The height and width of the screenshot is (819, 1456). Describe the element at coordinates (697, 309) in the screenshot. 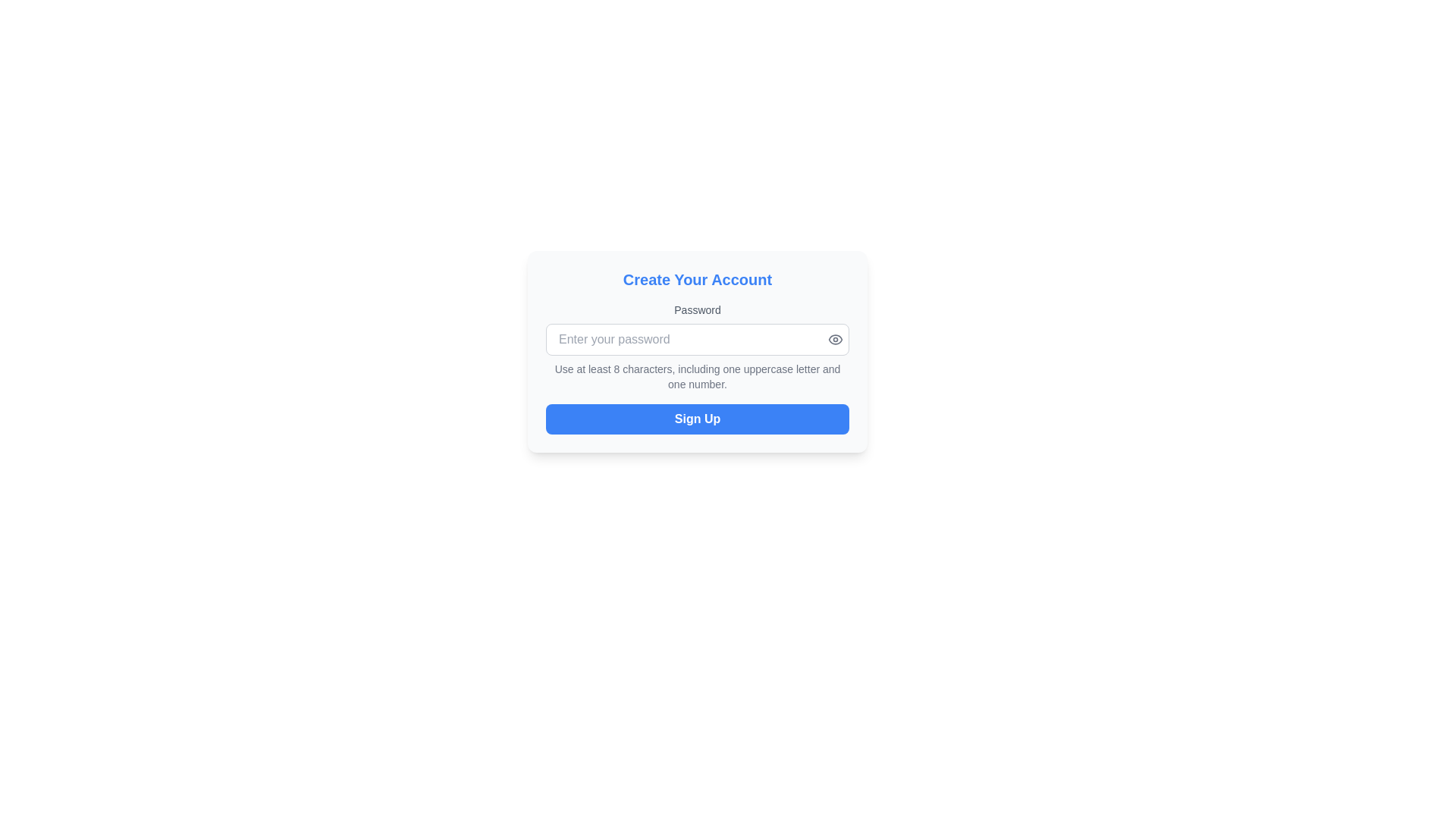

I see `the 'Password' text label, which is a small-sized gray font located below 'Create Your Account' and above the password input field` at that location.